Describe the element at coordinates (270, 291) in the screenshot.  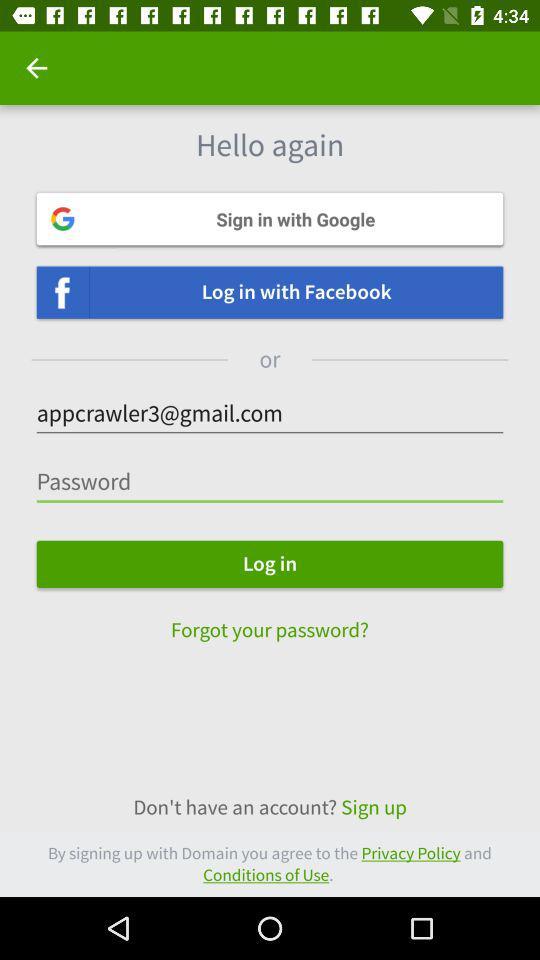
I see `log in with facebook option` at that location.